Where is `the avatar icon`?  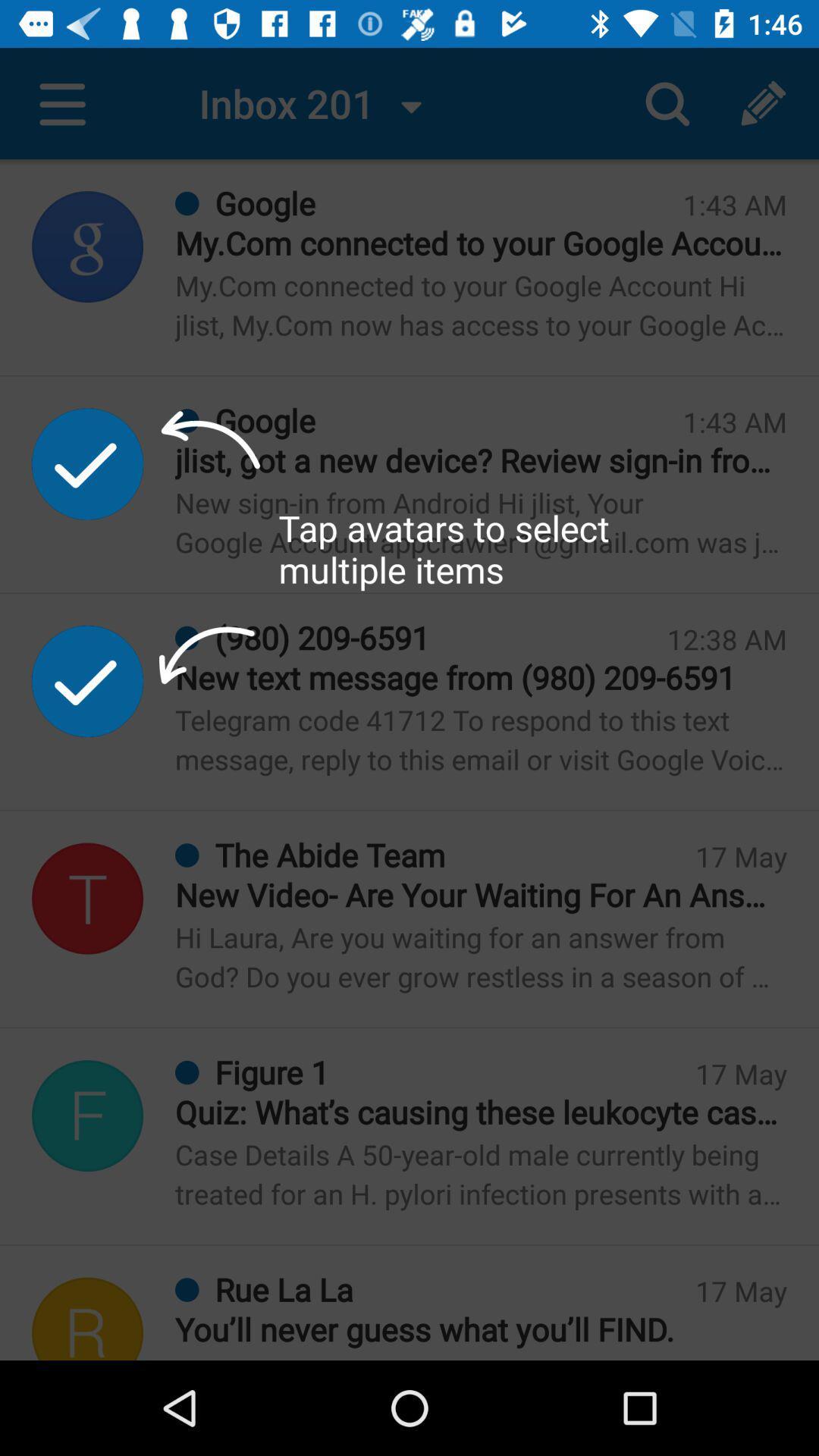 the avatar icon is located at coordinates (87, 1116).